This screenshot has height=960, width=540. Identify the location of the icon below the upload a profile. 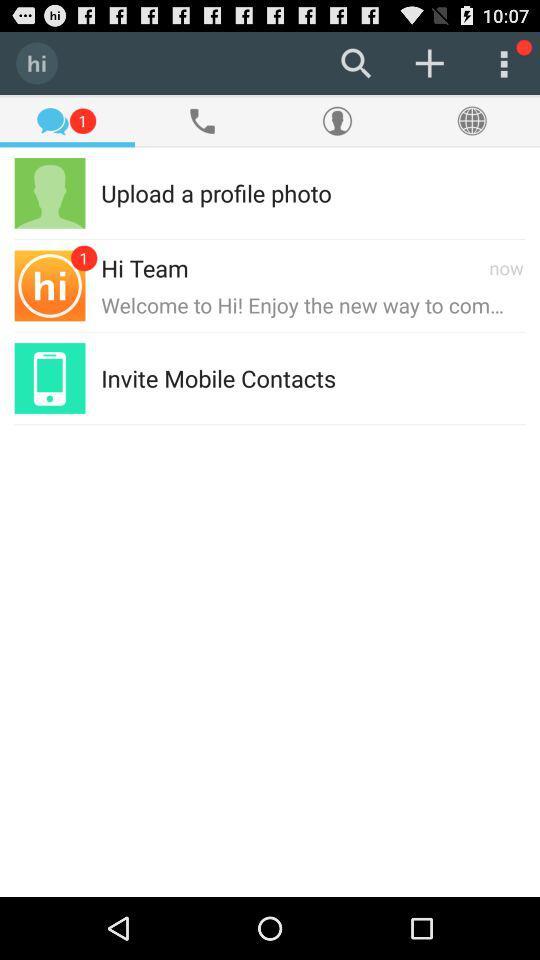
(143, 266).